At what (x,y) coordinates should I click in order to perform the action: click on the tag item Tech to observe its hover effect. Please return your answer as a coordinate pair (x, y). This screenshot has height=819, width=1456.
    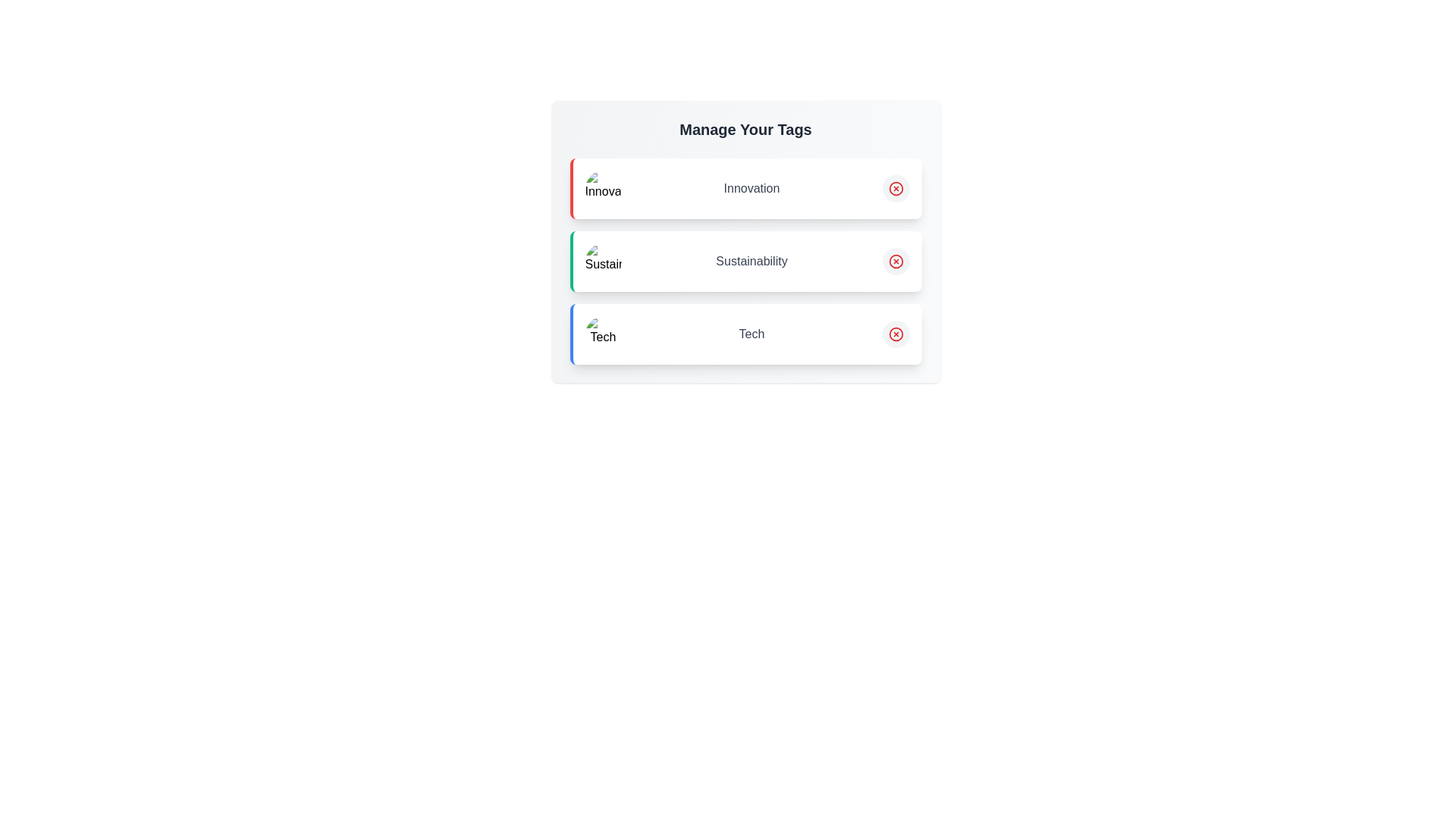
    Looking at the image, I should click on (745, 333).